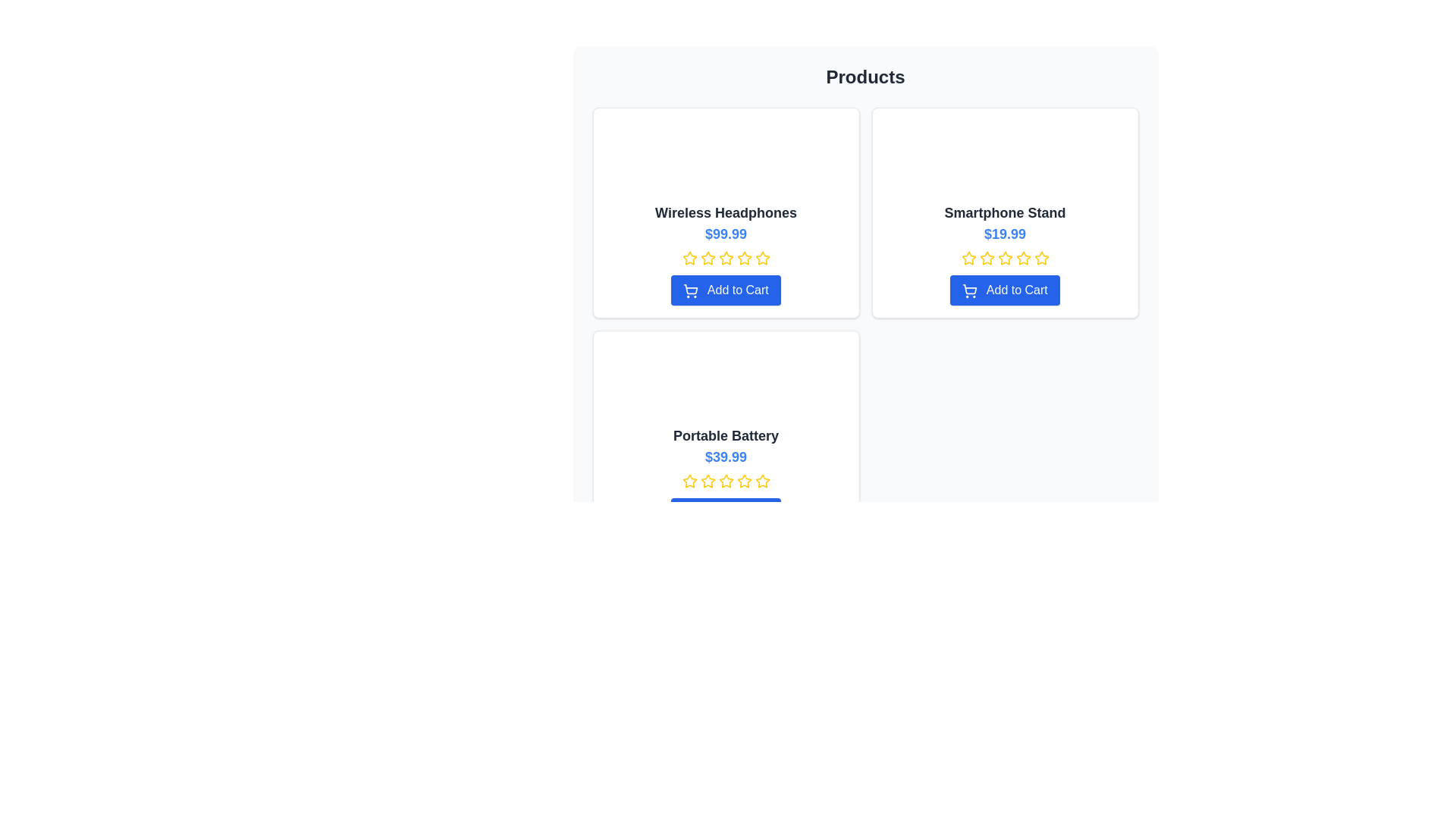  Describe the element at coordinates (707, 481) in the screenshot. I see `the second star icon in the rating indicator for the product 'Portable Battery'` at that location.